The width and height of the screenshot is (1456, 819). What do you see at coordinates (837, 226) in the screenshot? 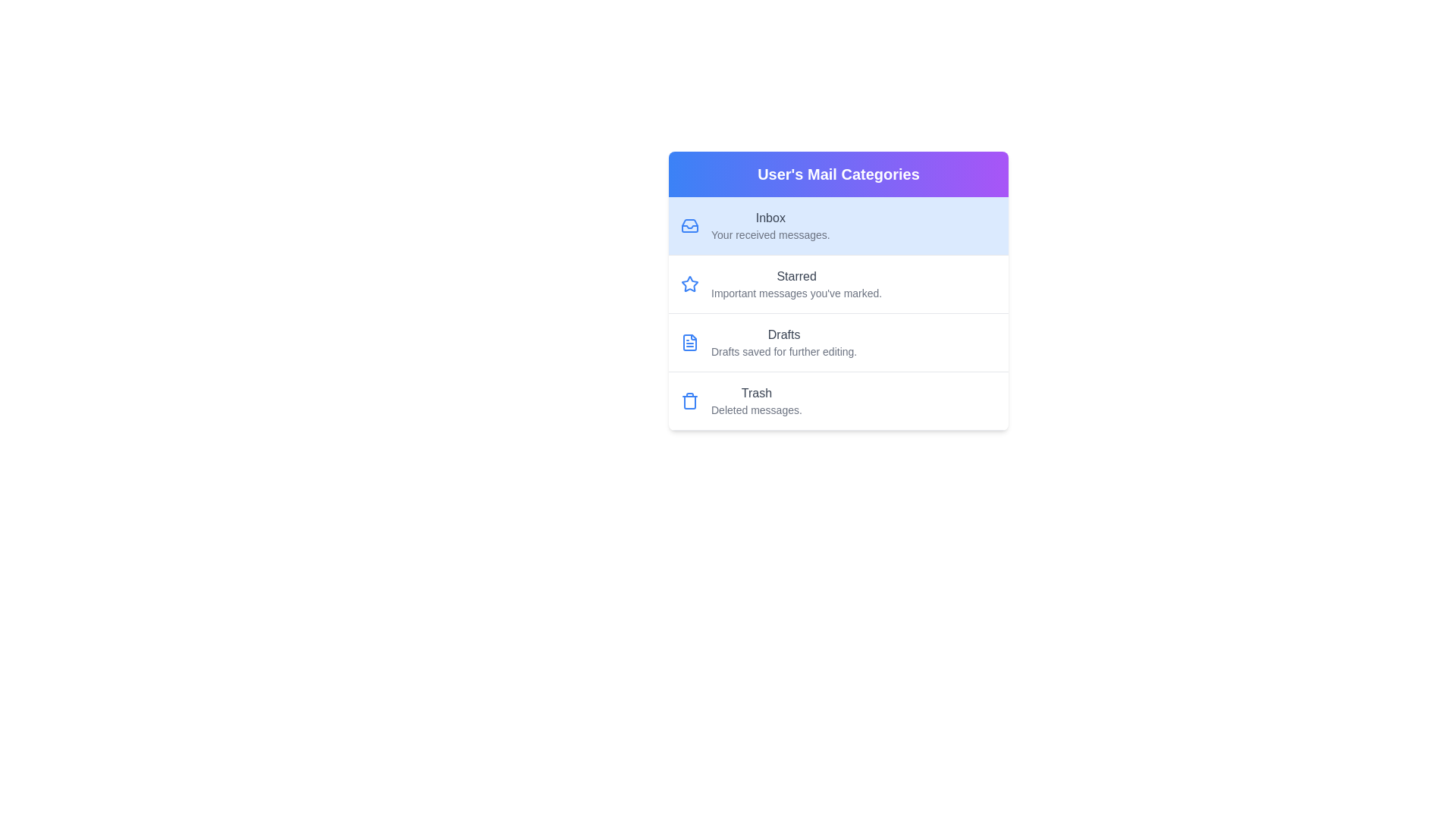
I see `the mail category item Inbox` at bounding box center [837, 226].